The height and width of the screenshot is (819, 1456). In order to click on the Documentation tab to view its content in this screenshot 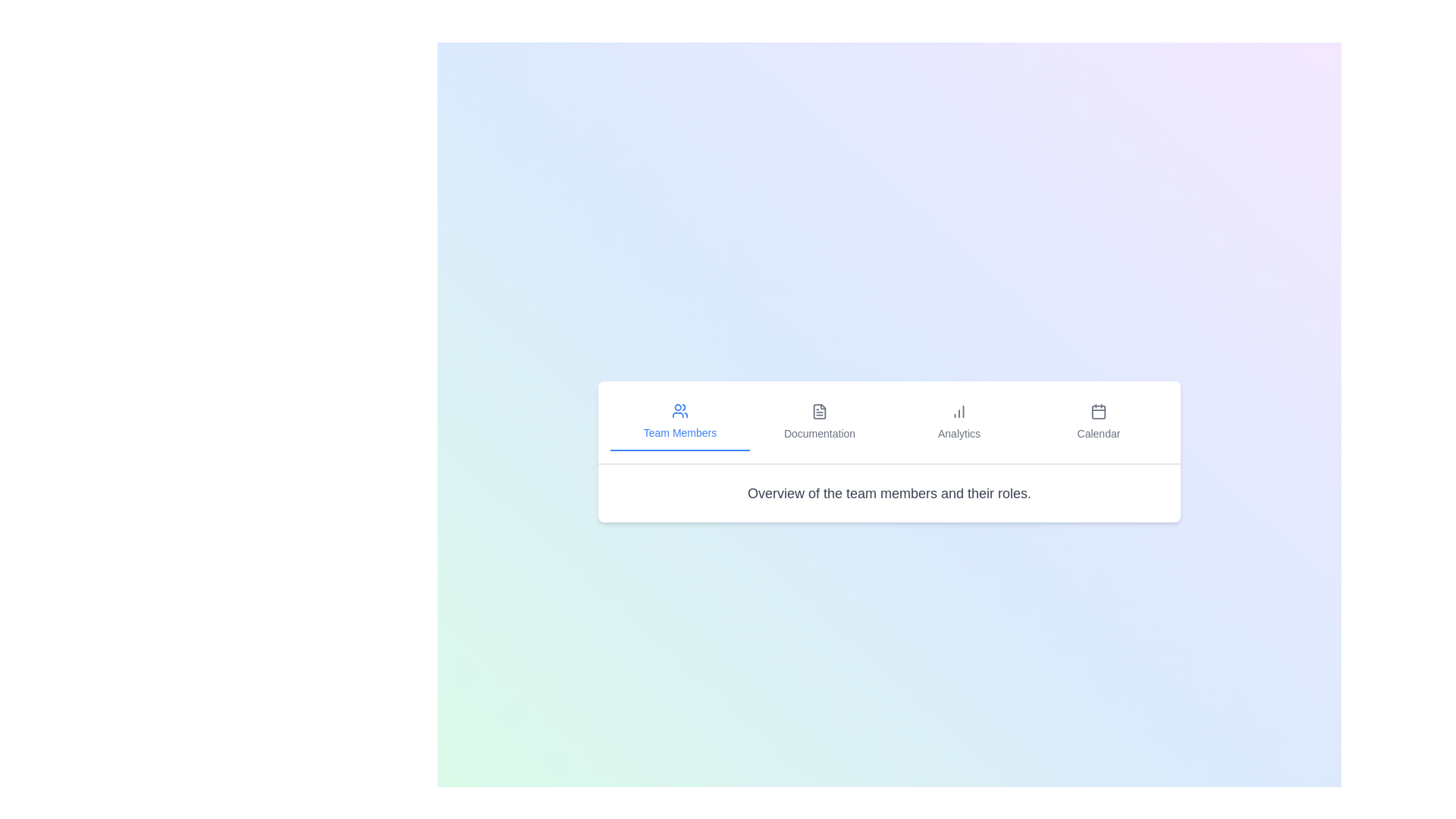, I will do `click(818, 422)`.